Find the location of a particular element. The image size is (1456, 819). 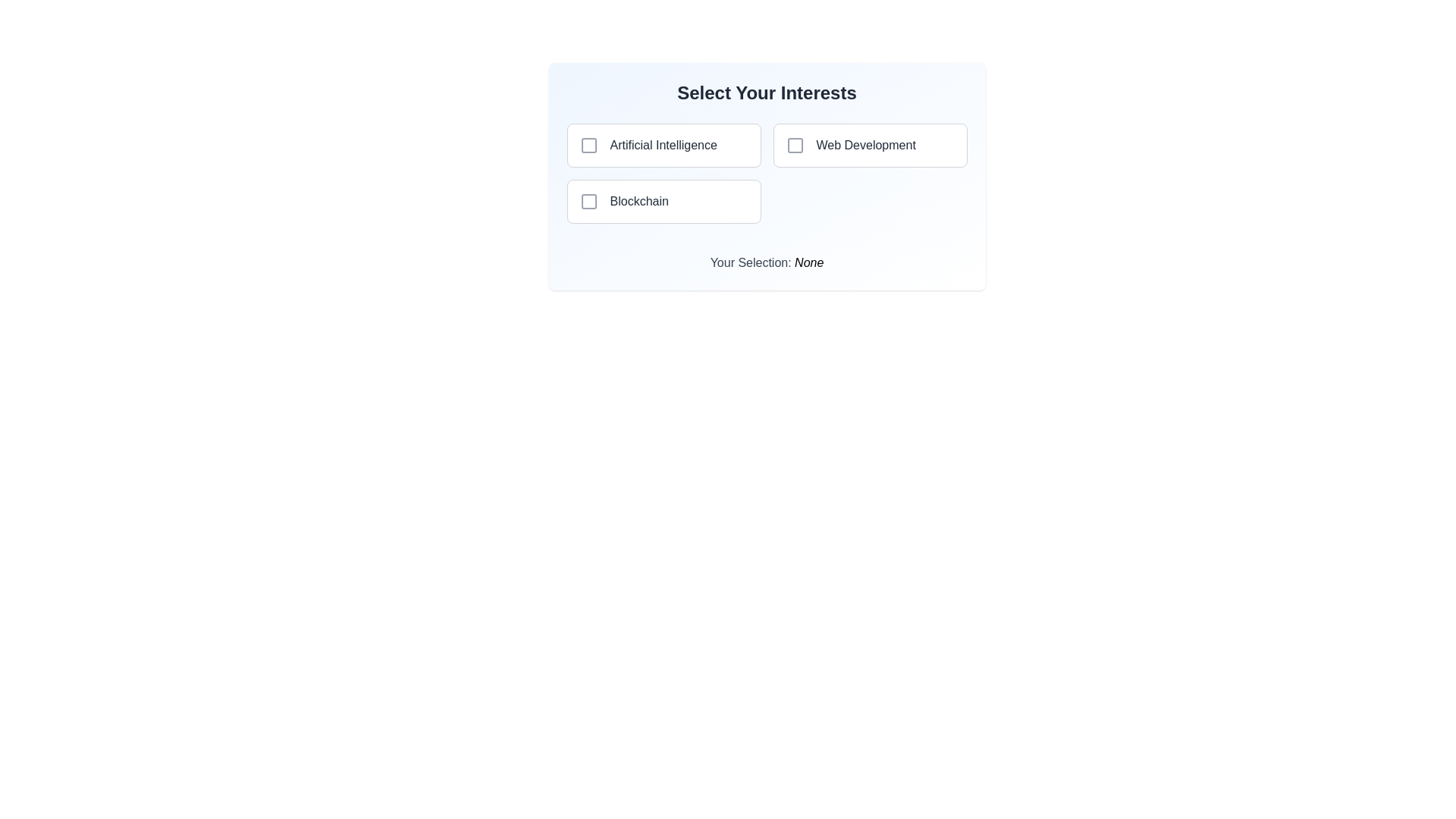

the SVG graphic indicating the selection status of the 'Artificial Intelligence' checkbox in the 'Select Your Interests' section is located at coordinates (588, 146).